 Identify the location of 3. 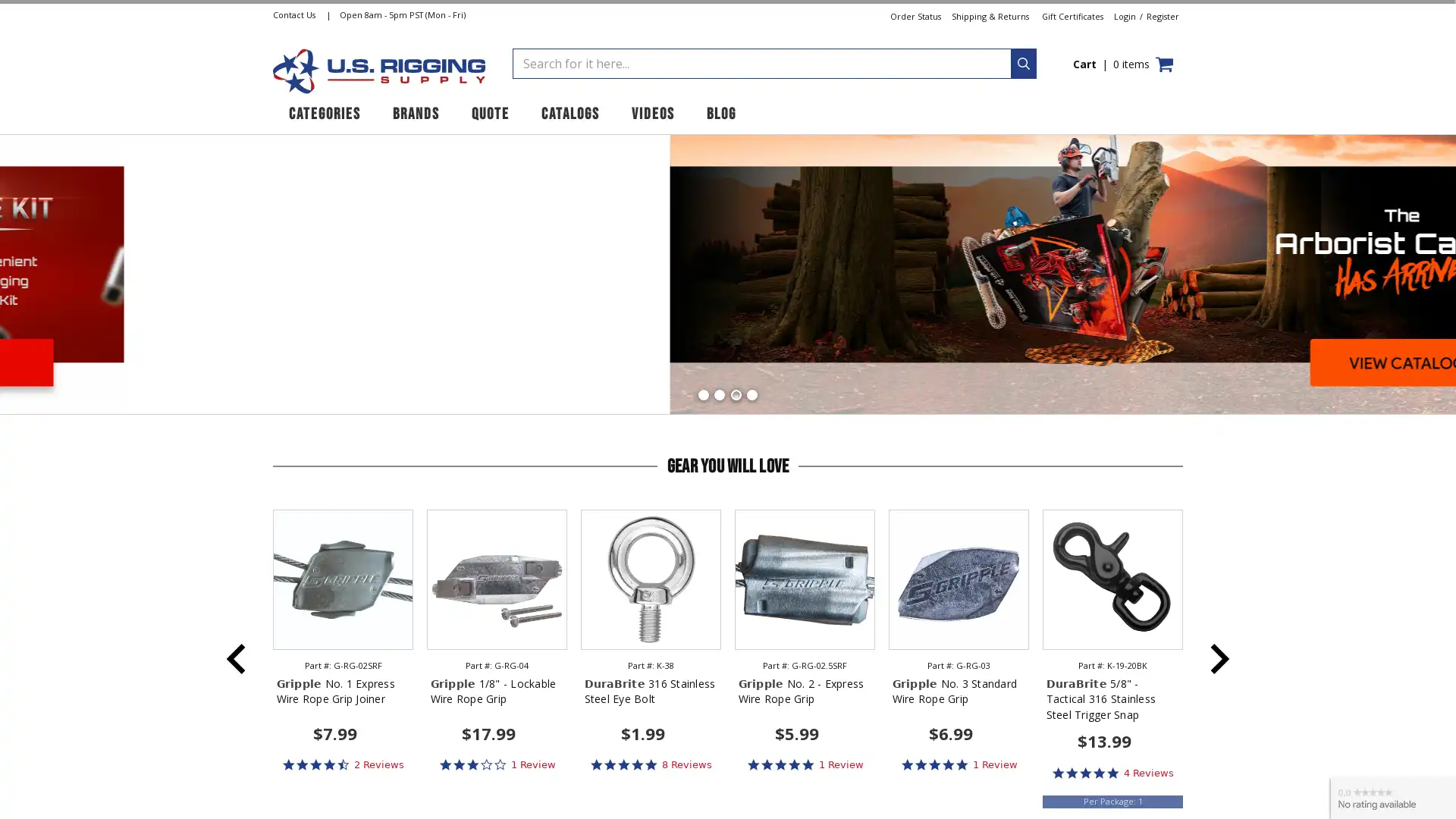
(735, 394).